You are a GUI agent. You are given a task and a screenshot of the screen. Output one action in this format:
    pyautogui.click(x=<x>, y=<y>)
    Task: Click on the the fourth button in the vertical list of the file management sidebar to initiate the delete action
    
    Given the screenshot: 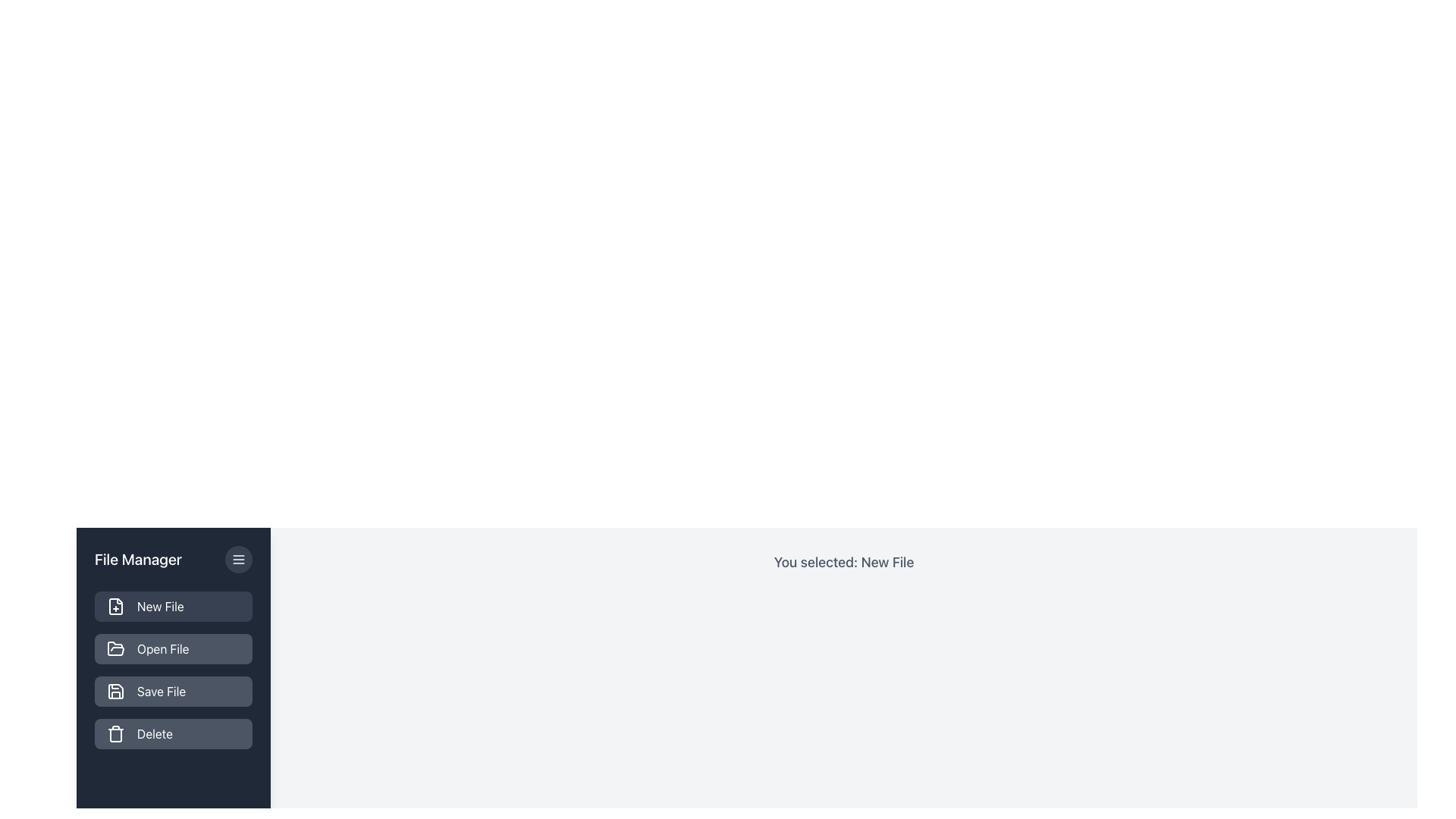 What is the action you would take?
    pyautogui.click(x=174, y=733)
    